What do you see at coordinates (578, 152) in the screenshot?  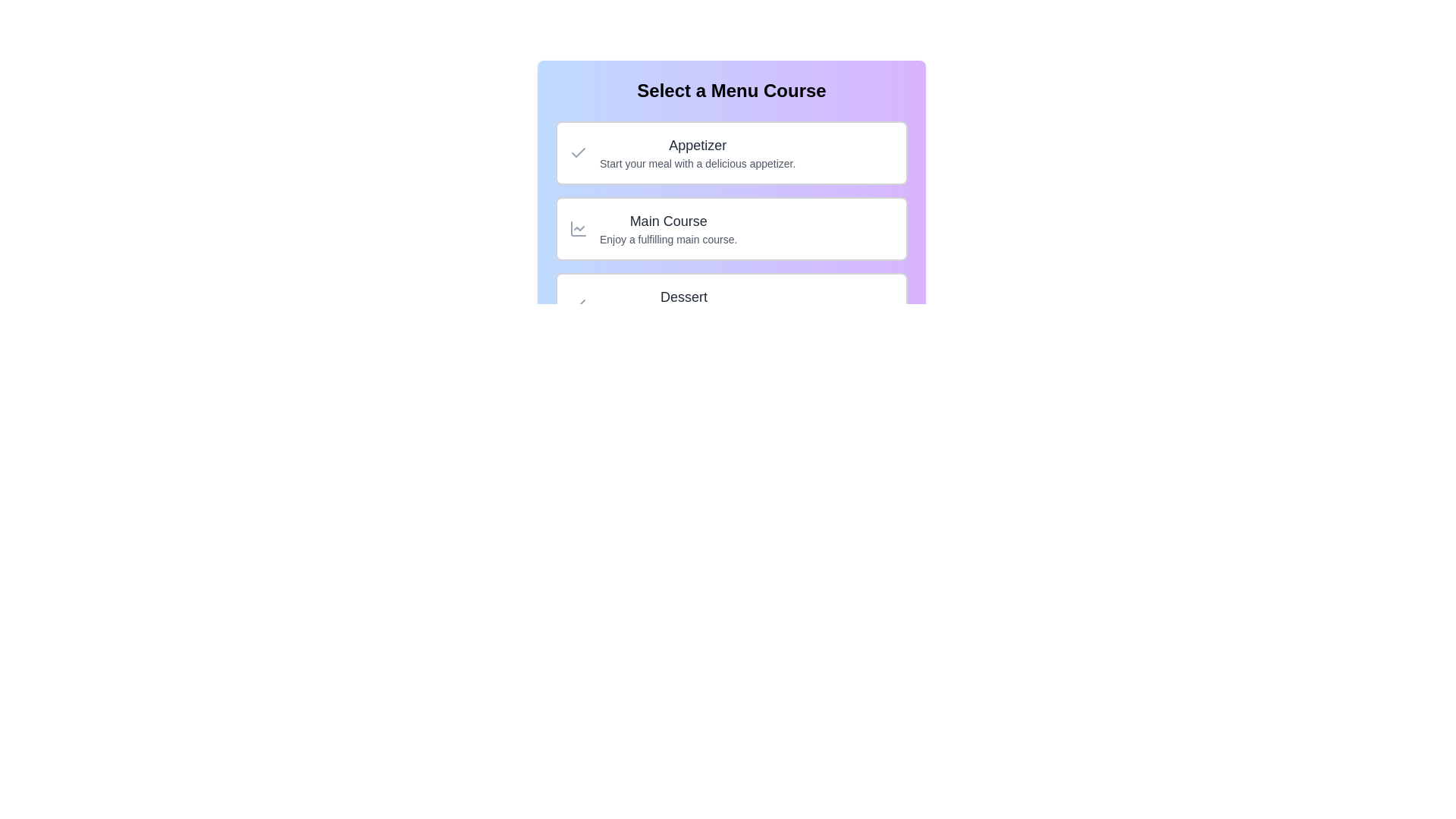 I see `the visual change of the checkmark icon located to the left of the 'Appetizer' menu item, which has a rounded gray stroke` at bounding box center [578, 152].